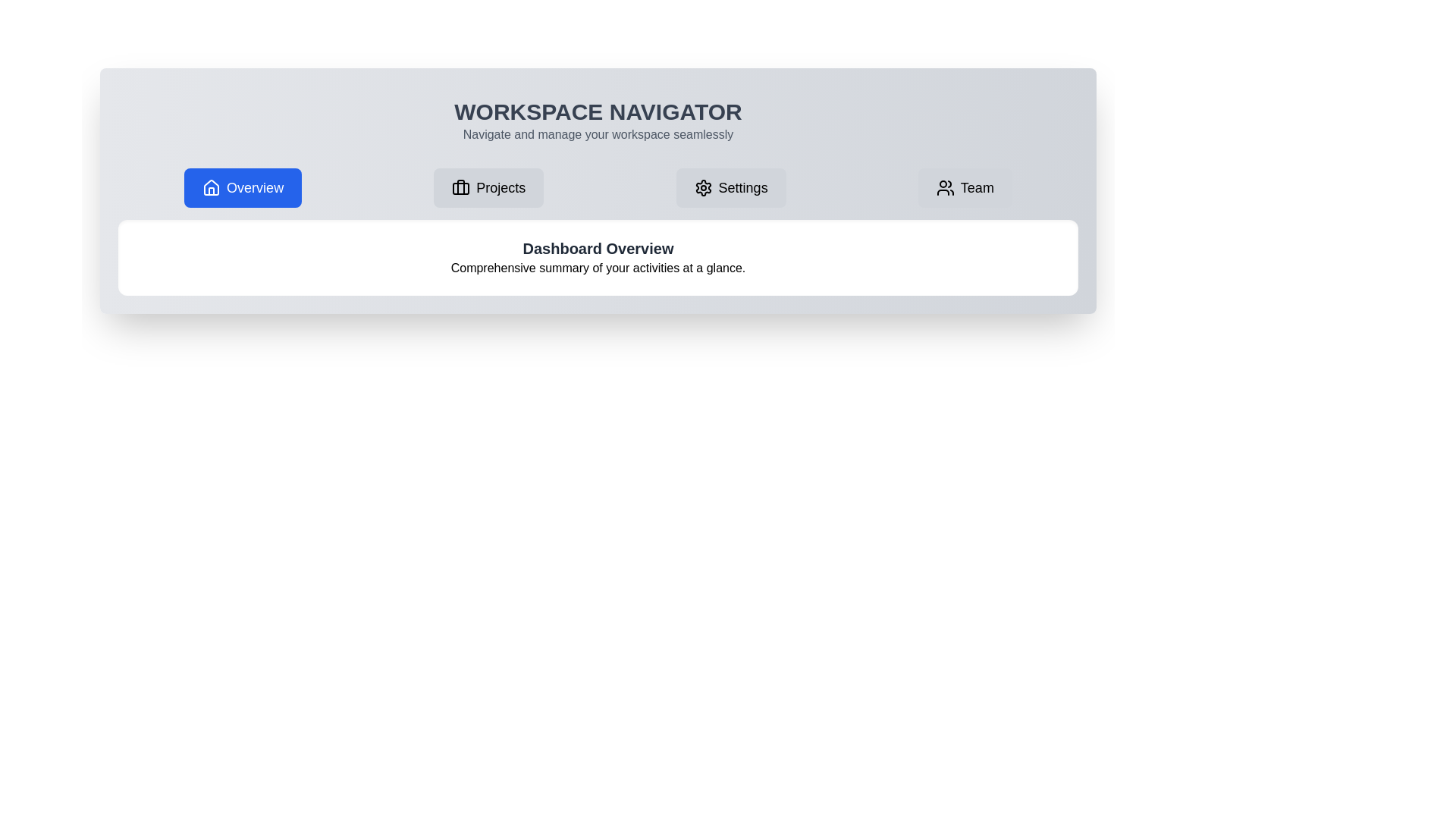  Describe the element at coordinates (702, 187) in the screenshot. I see `the cogwheel icon located on the left side of the 'Settings' button` at that location.